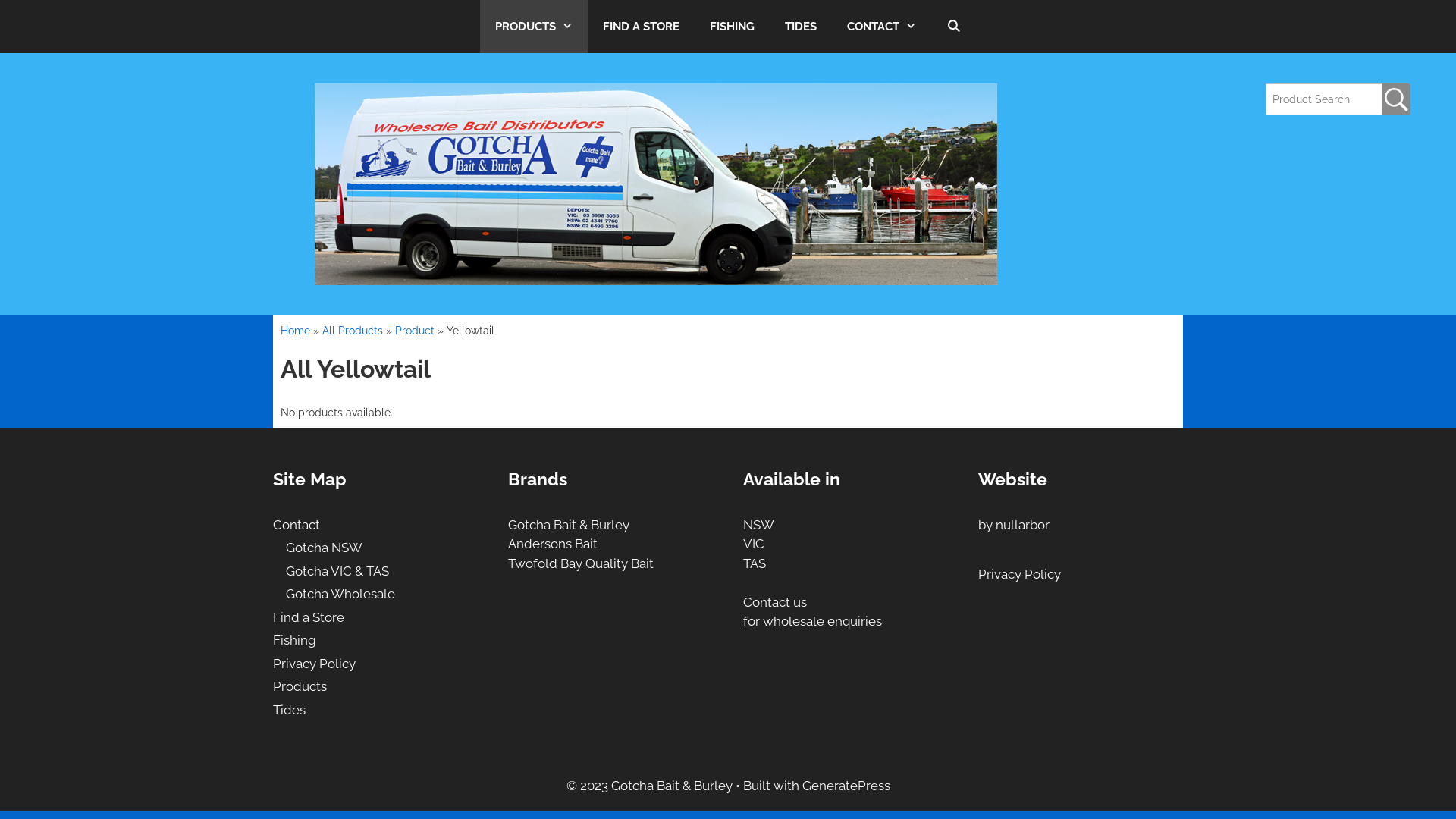 The image size is (1456, 819). Describe the element at coordinates (732, 26) in the screenshot. I see `'FISHING'` at that location.